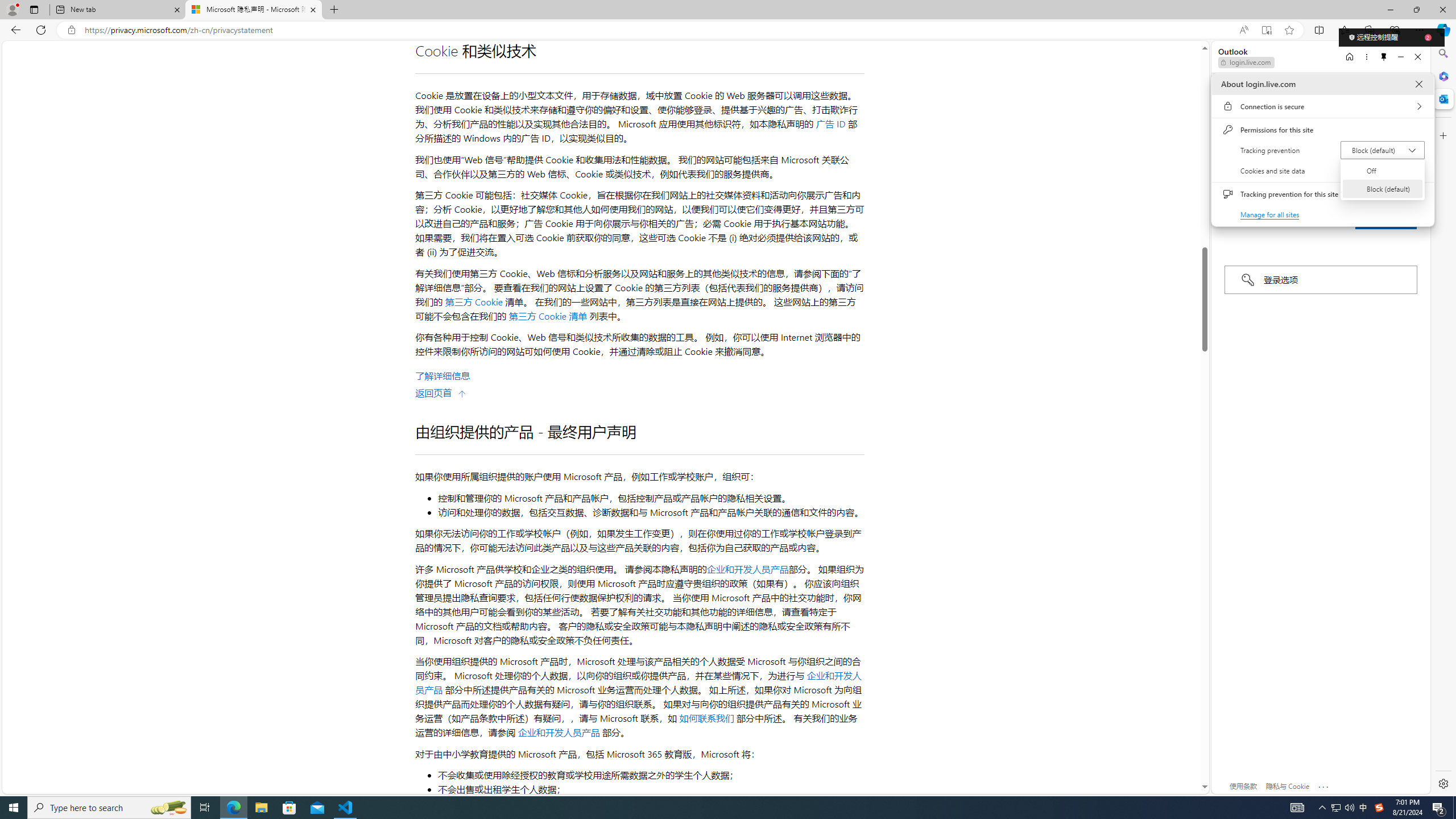 The image size is (1456, 819). What do you see at coordinates (260, 806) in the screenshot?
I see `'File Explorer'` at bounding box center [260, 806].